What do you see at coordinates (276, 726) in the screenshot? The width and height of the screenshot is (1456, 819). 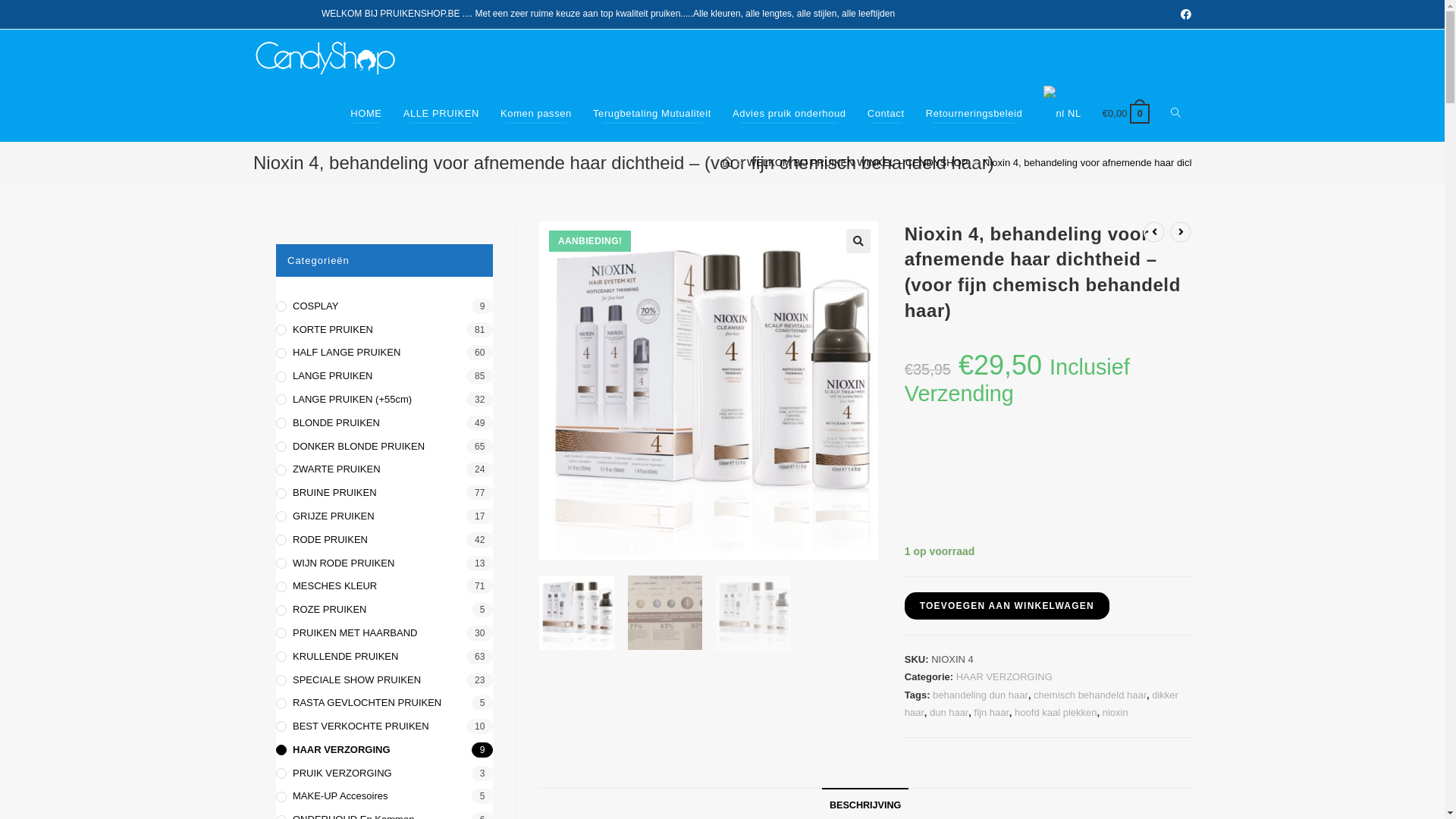 I see `'BEST VERKOCHTE PRUIKEN'` at bounding box center [276, 726].